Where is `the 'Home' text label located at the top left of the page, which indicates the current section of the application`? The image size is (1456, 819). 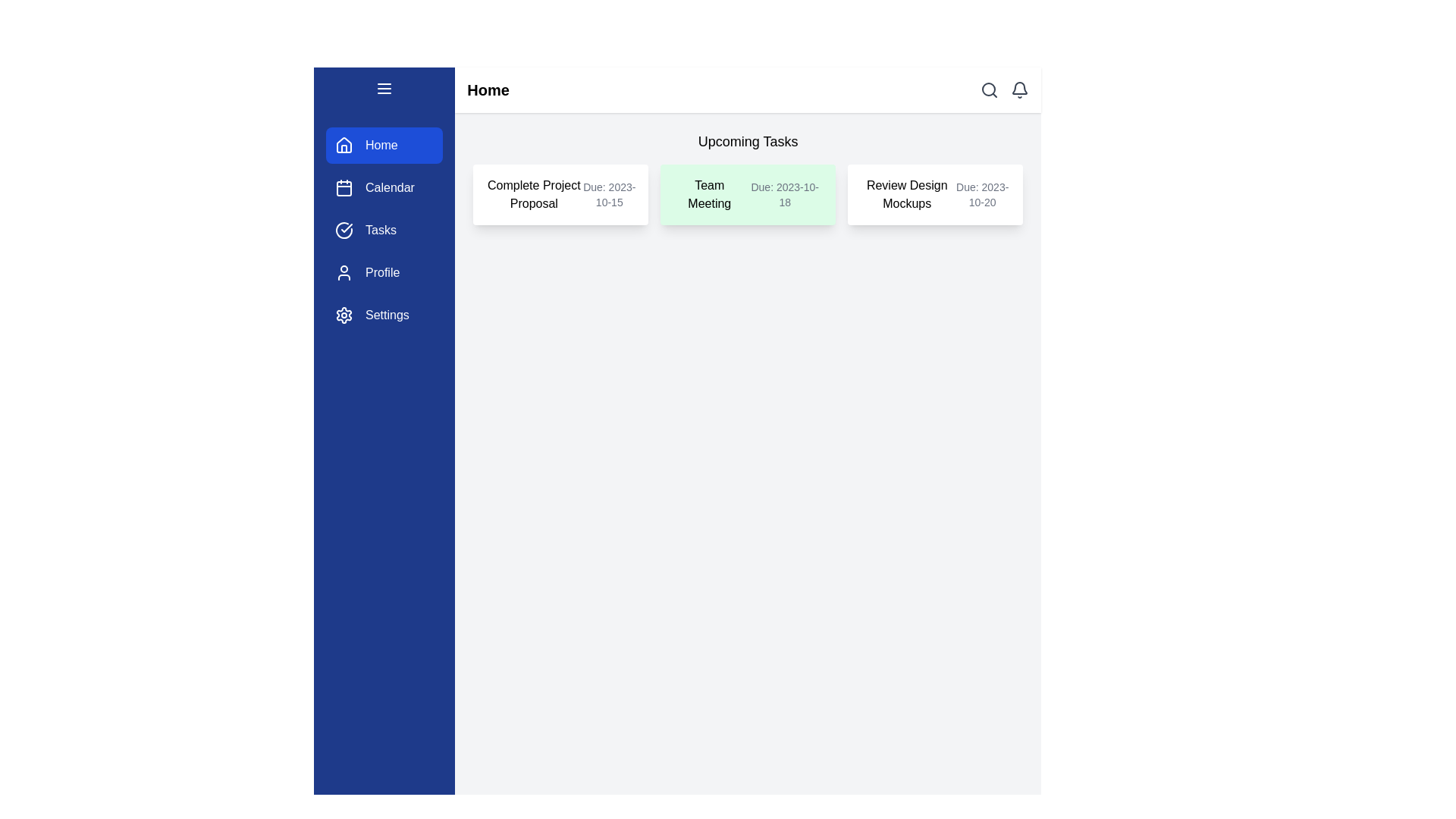
the 'Home' text label located at the top left of the page, which indicates the current section of the application is located at coordinates (488, 90).